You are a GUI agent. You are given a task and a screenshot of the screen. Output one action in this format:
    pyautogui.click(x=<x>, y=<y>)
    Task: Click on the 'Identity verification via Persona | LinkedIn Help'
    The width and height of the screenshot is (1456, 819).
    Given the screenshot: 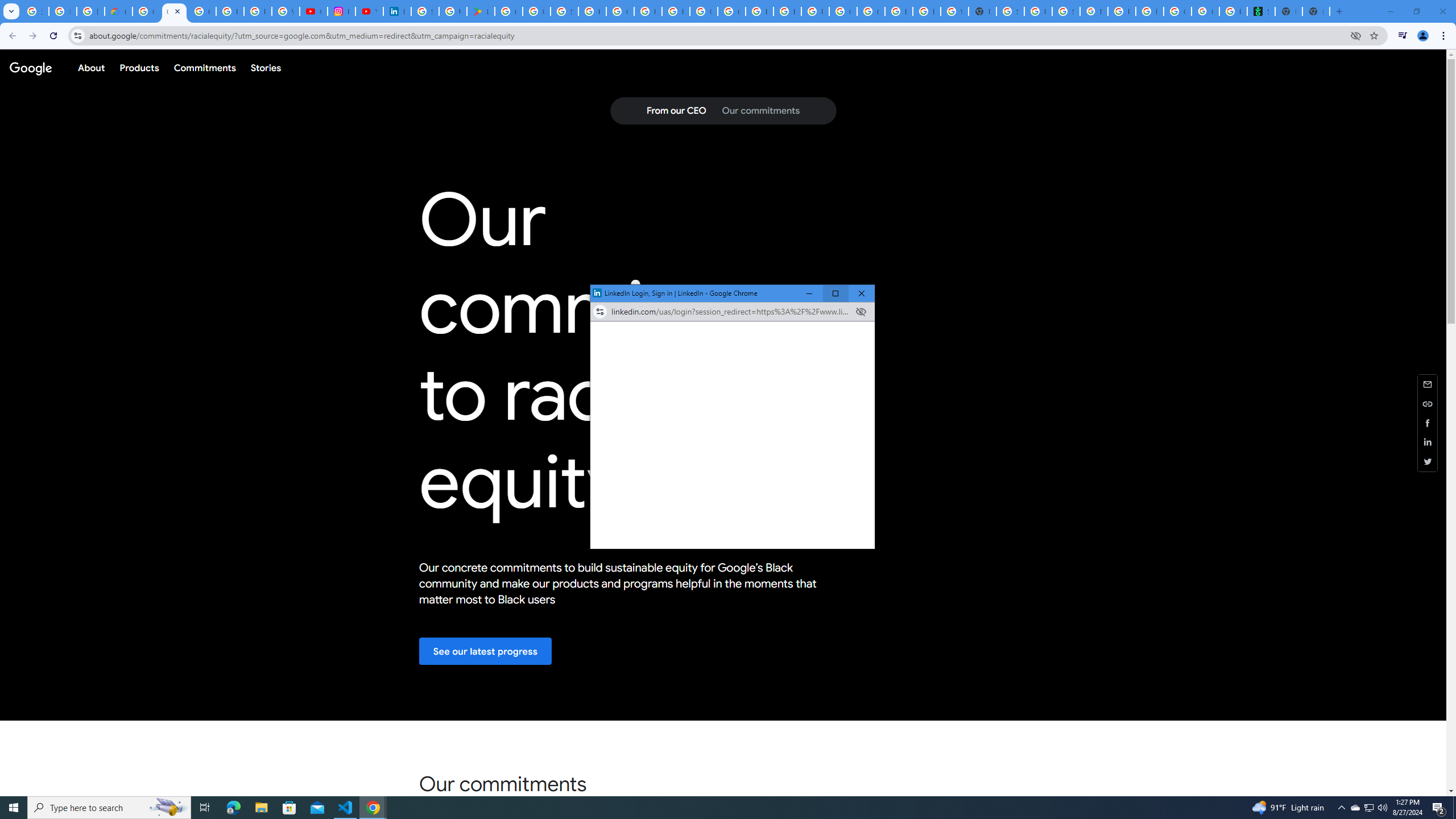 What is the action you would take?
    pyautogui.click(x=396, y=11)
    